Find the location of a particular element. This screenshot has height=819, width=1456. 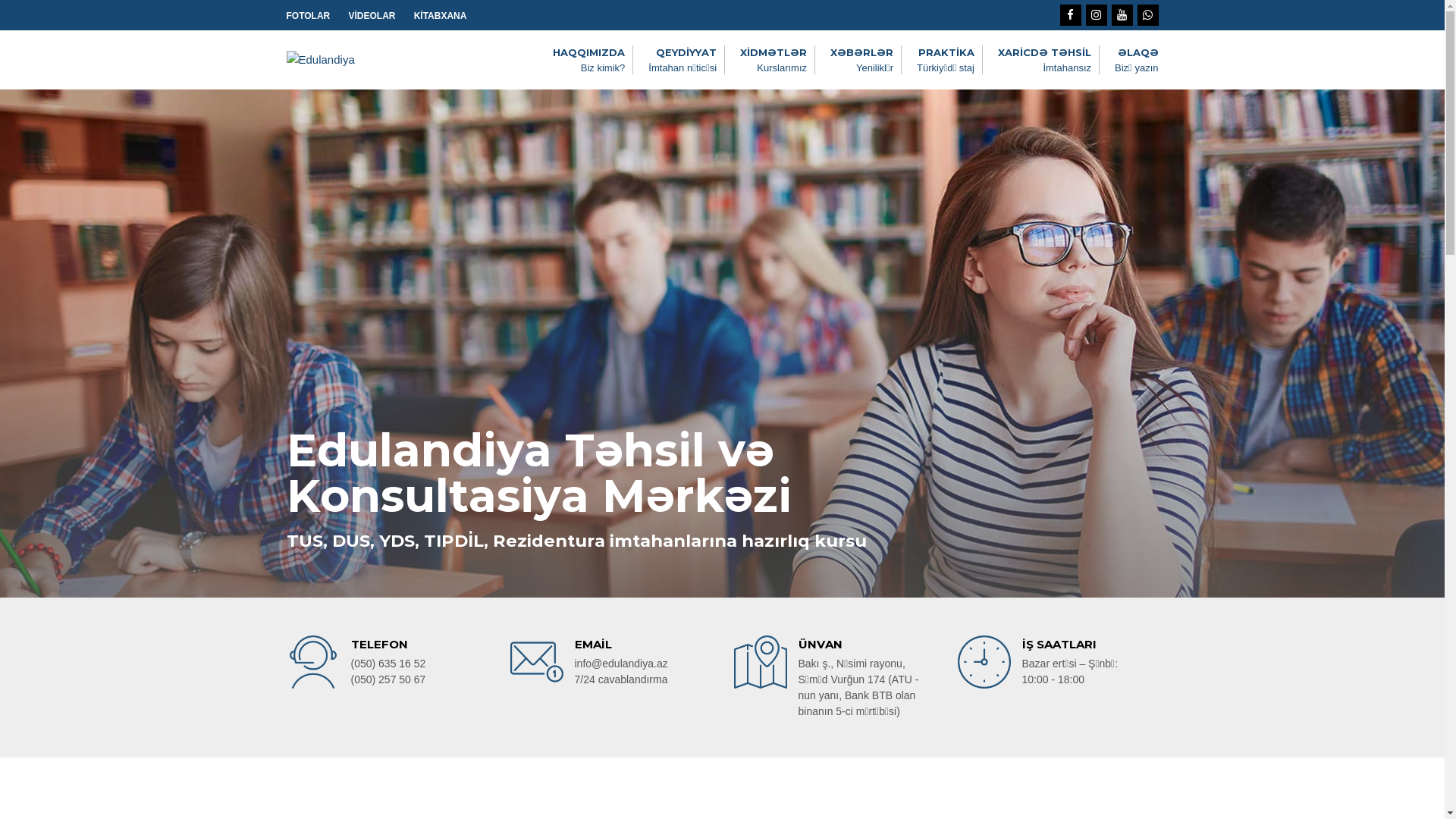

'FOTOLAR' is located at coordinates (287, 16).